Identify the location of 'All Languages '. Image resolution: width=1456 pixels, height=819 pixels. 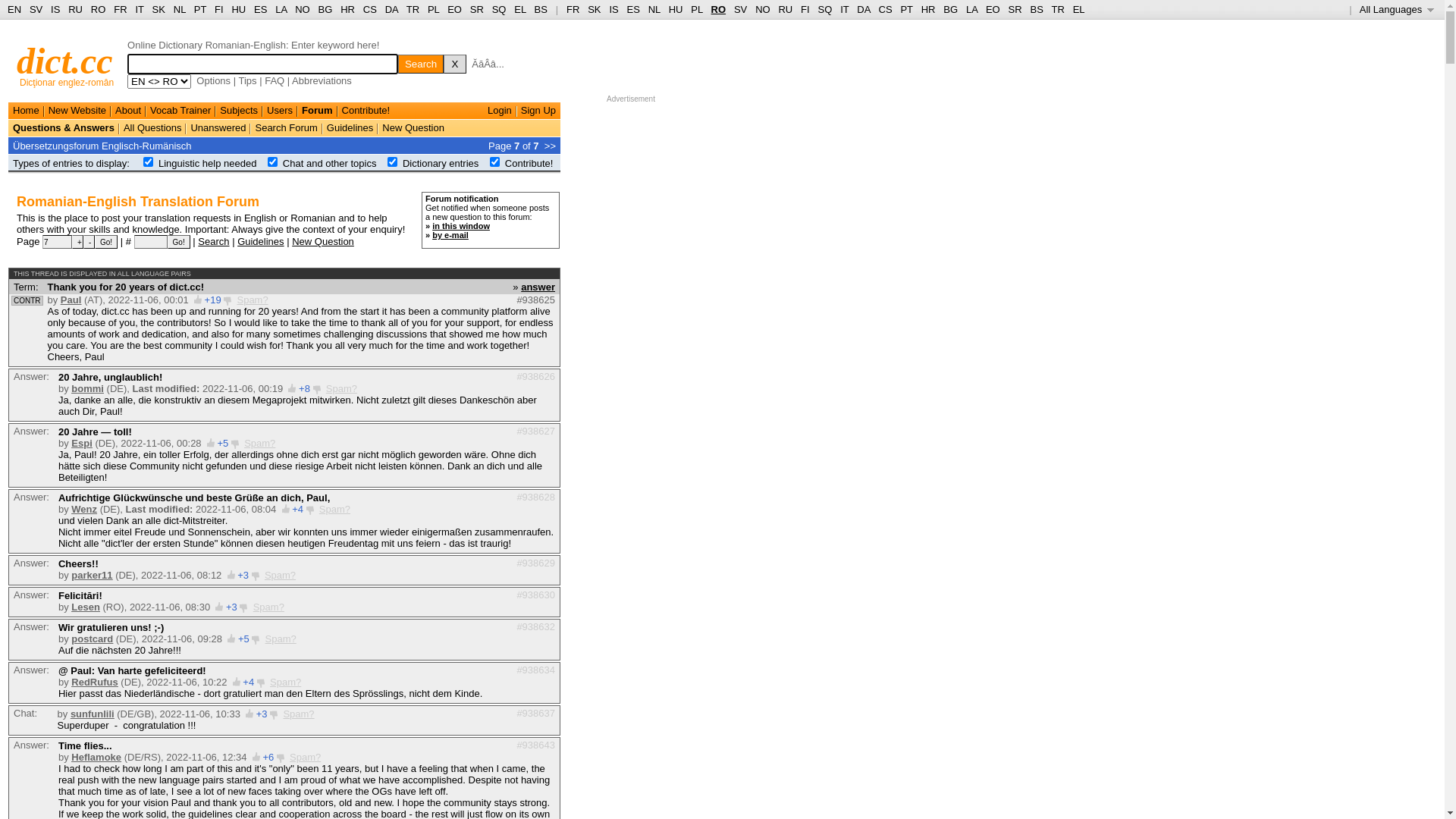
(1396, 9).